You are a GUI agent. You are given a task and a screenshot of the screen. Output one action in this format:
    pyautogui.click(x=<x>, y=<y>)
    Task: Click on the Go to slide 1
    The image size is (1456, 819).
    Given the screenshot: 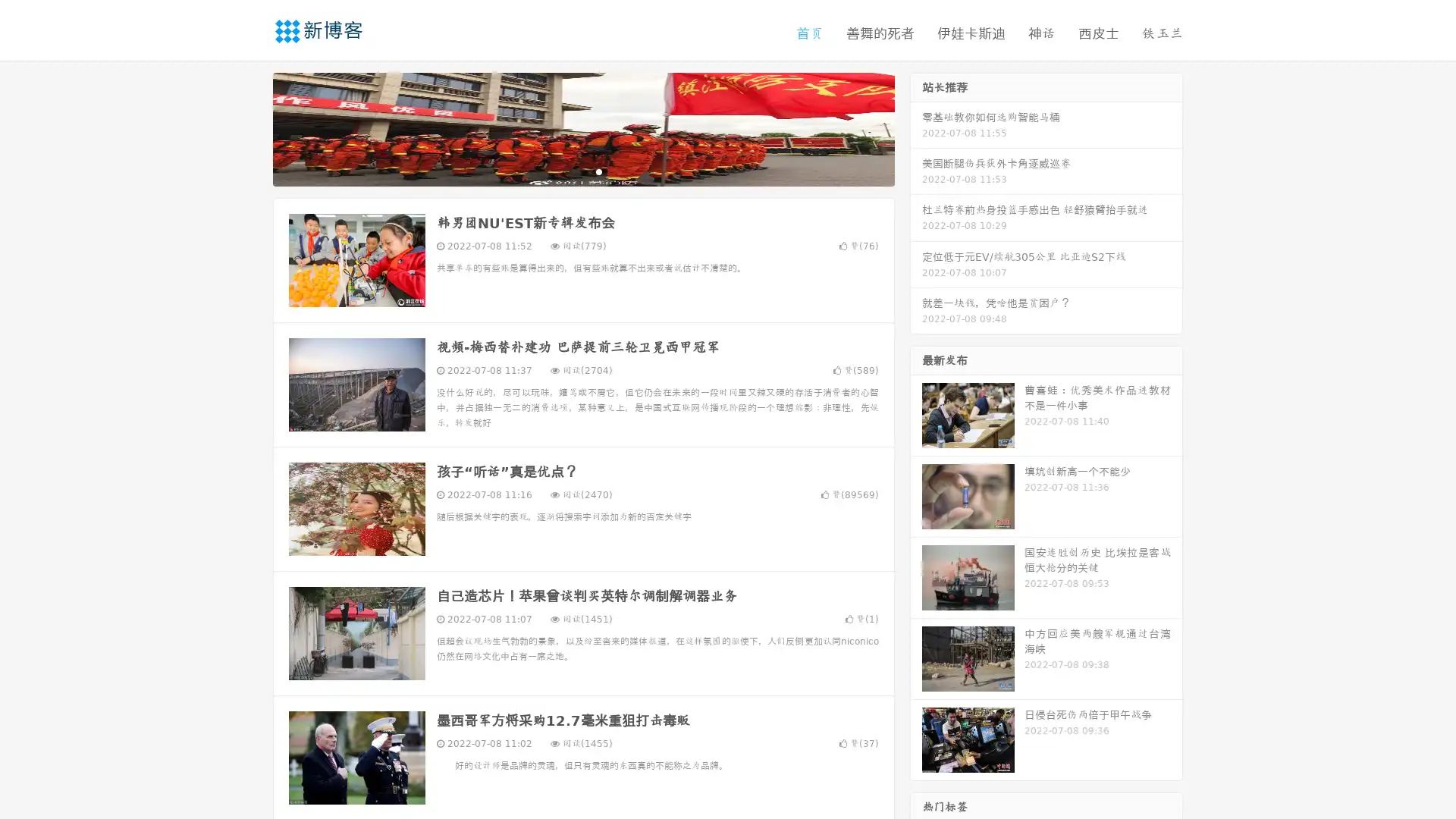 What is the action you would take?
    pyautogui.click(x=567, y=171)
    